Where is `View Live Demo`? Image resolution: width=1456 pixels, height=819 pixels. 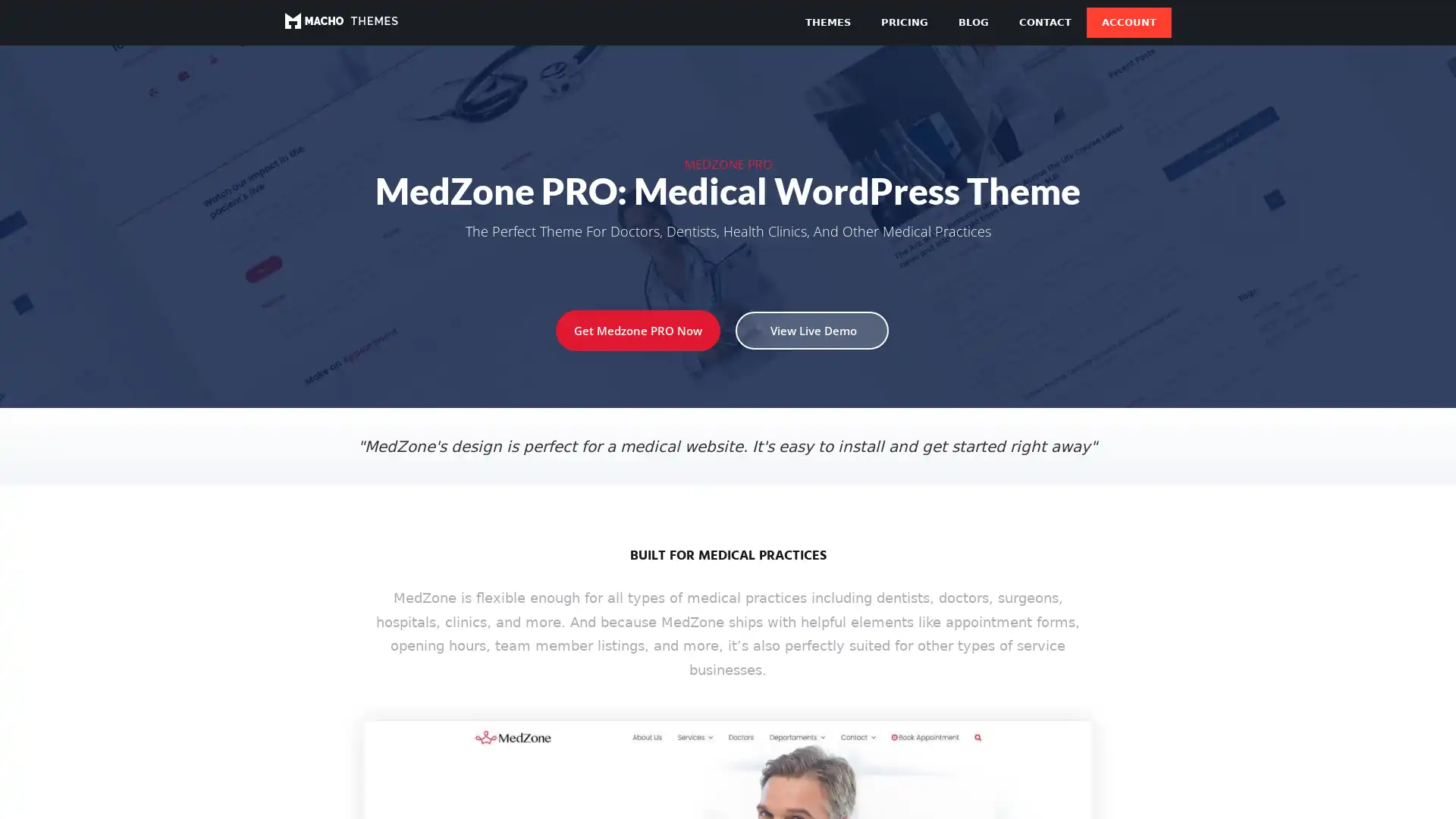 View Live Demo is located at coordinates (811, 329).